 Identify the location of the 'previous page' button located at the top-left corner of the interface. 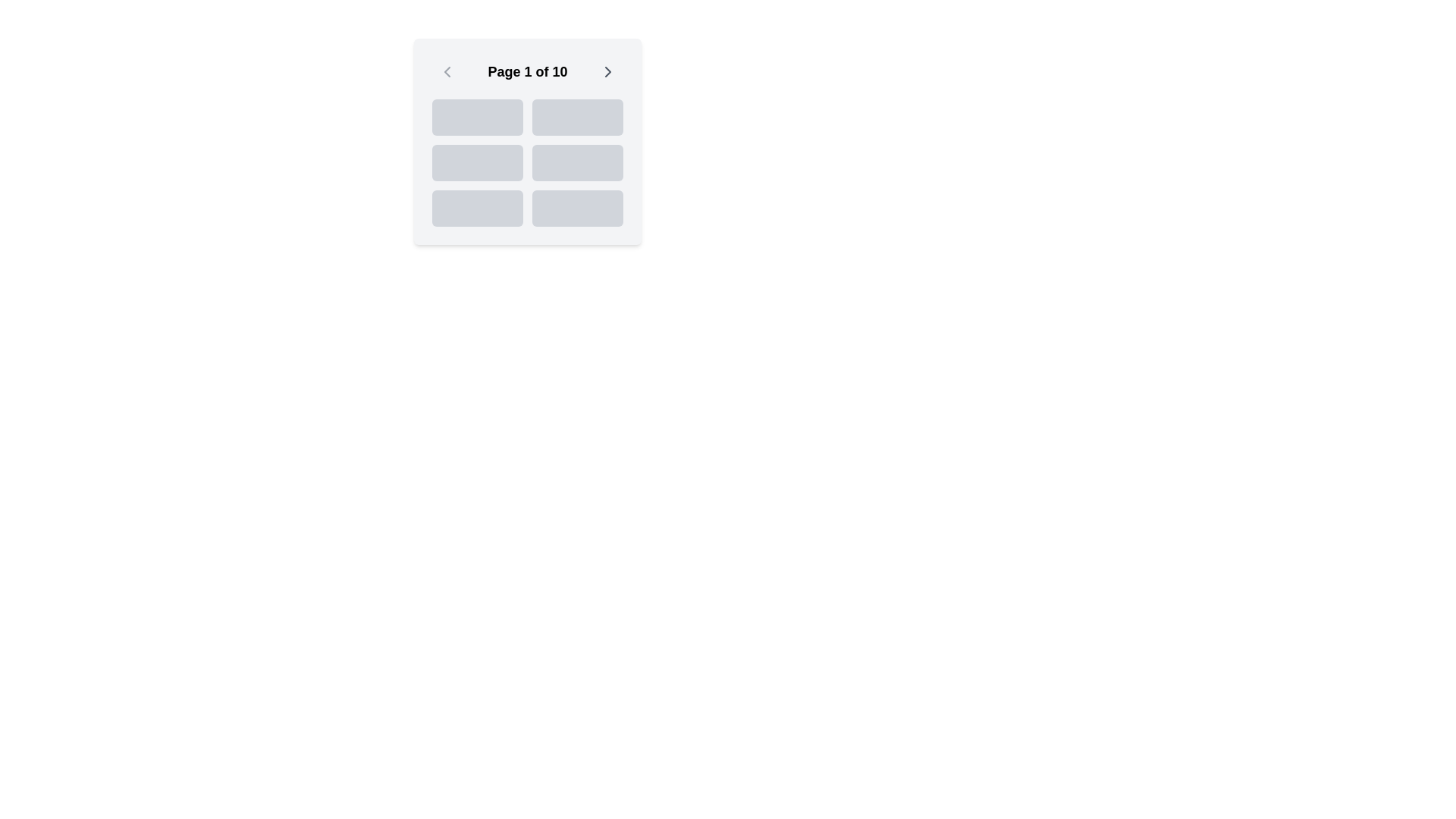
(447, 72).